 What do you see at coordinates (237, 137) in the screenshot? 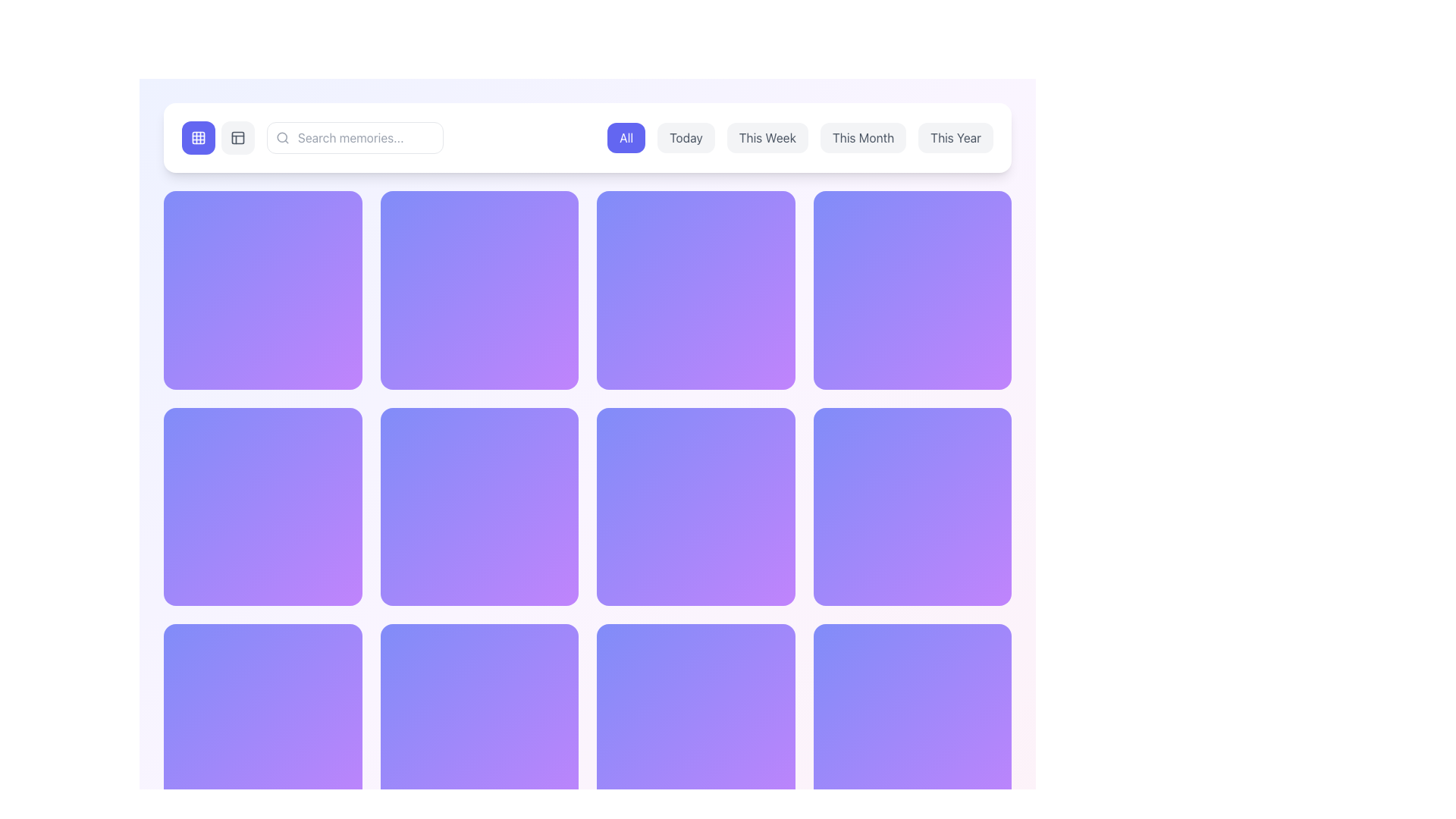
I see `the small rectangle icon with rounded corners located in the top-left of the interface near the search bar` at bounding box center [237, 137].